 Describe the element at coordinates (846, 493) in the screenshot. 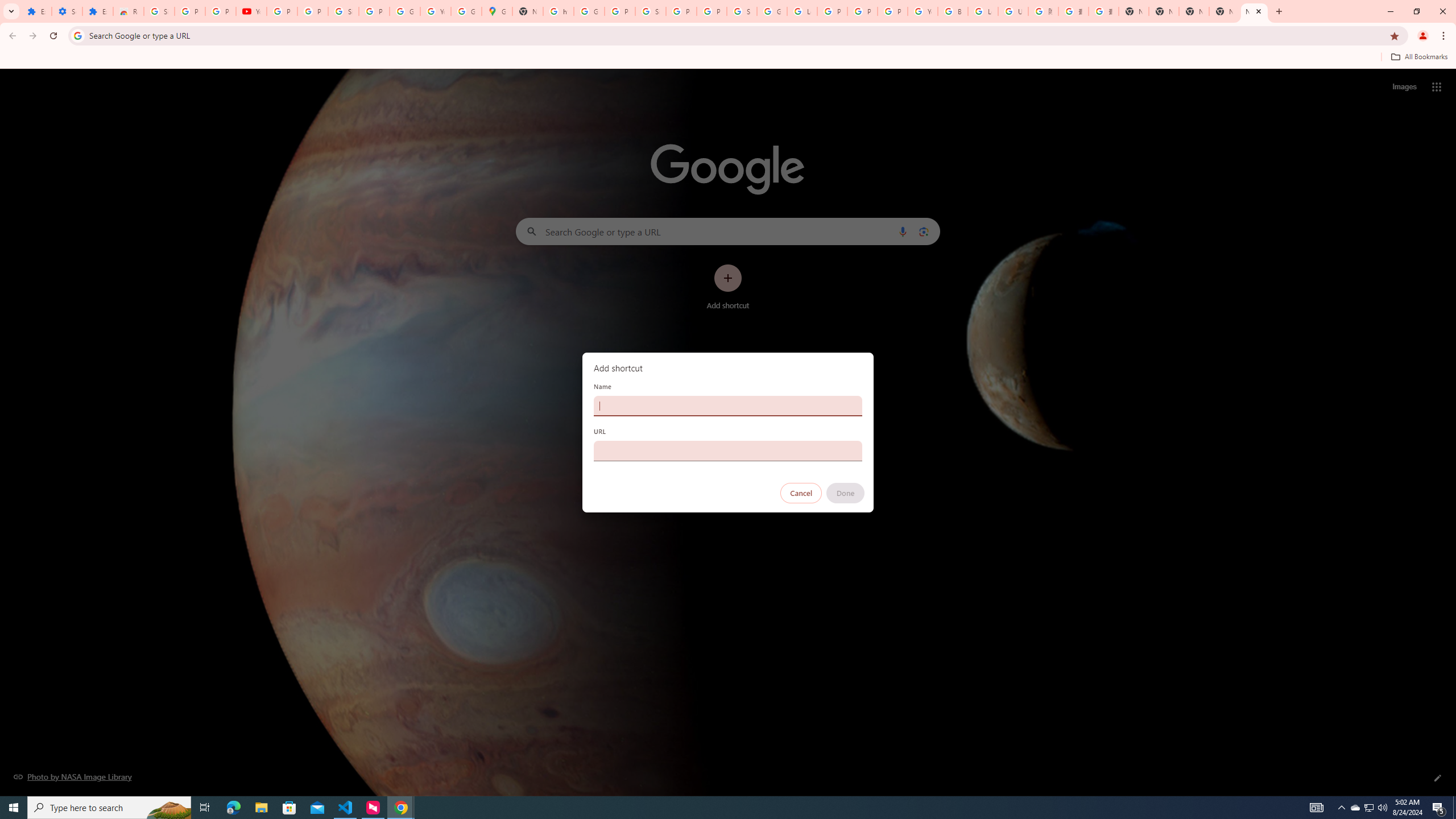

I see `'Done'` at that location.